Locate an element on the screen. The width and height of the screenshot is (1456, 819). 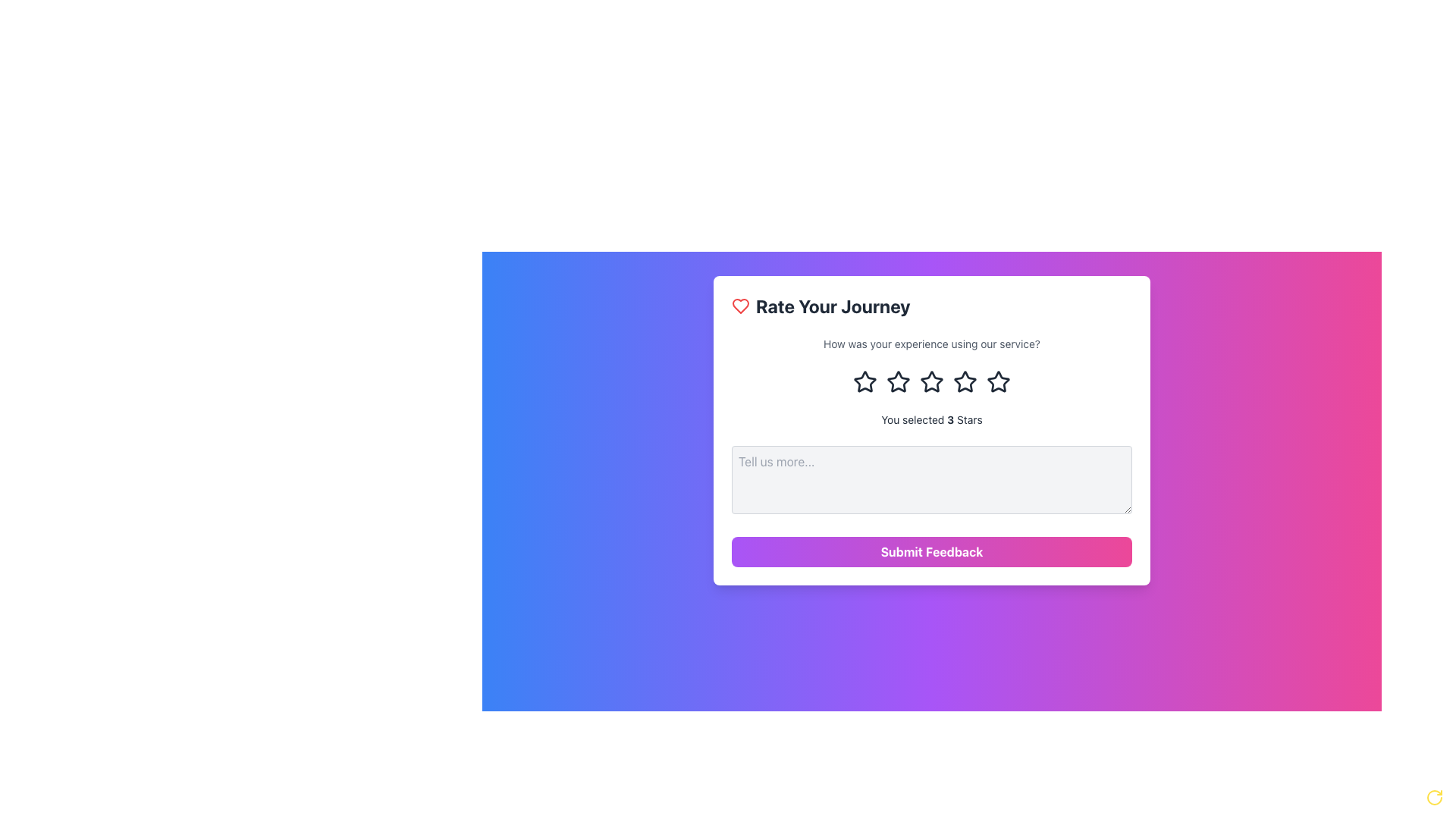
the third star icon in the rating system is located at coordinates (998, 381).